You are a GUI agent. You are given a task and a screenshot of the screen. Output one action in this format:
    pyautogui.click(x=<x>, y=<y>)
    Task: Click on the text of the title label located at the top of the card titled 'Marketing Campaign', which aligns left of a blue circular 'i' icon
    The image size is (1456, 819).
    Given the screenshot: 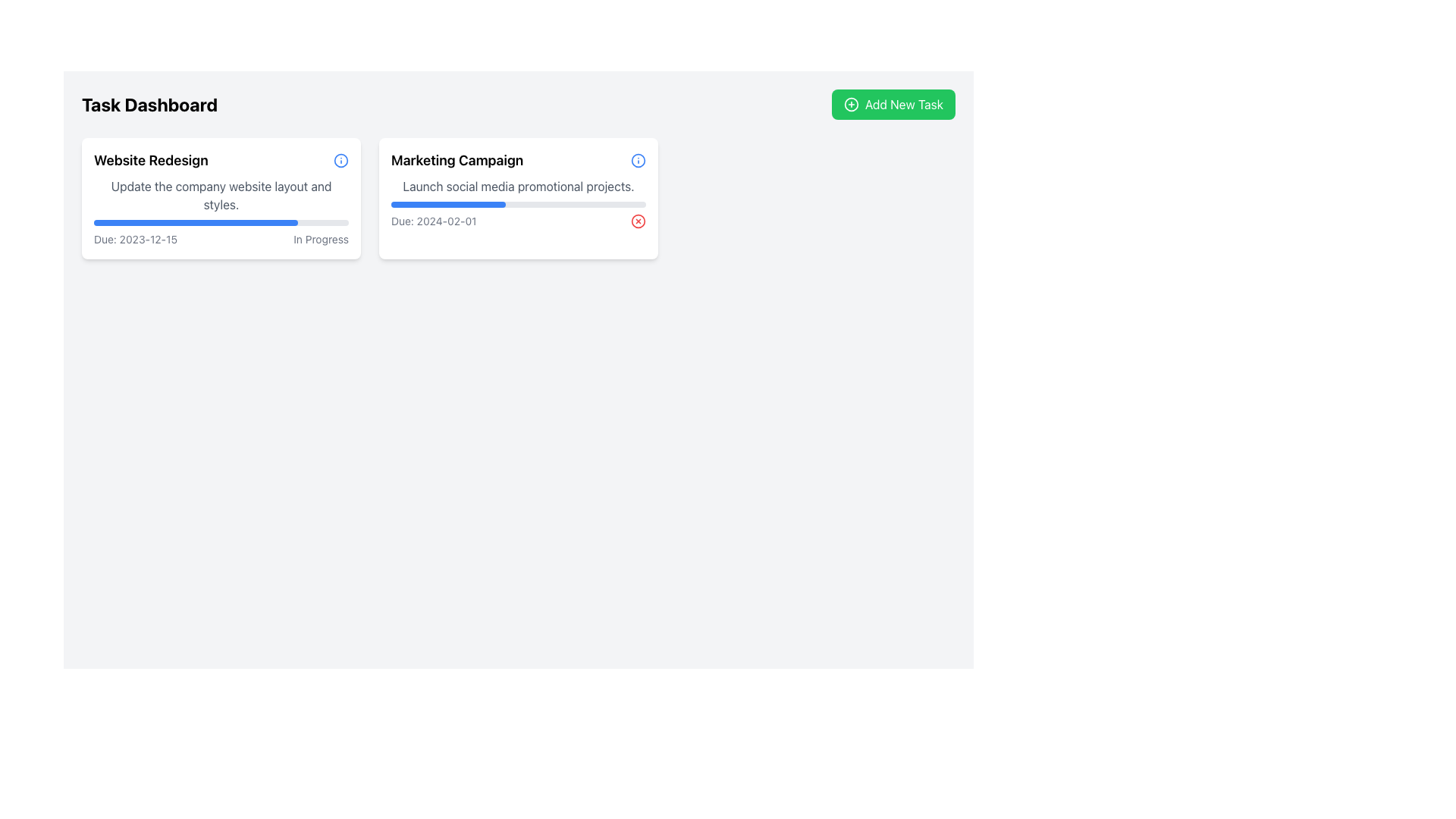 What is the action you would take?
    pyautogui.click(x=519, y=161)
    